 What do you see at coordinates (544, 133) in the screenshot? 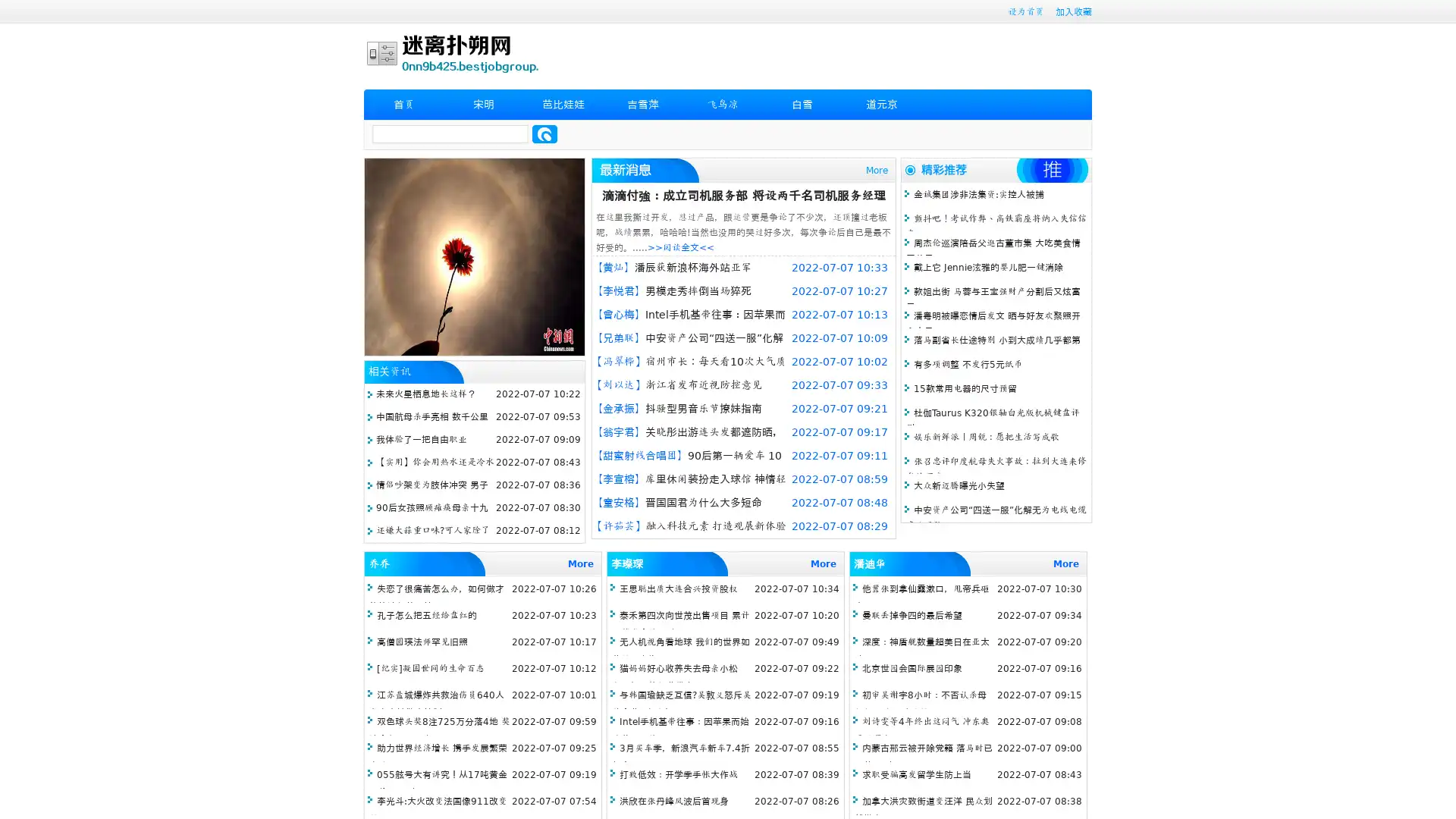
I see `Search` at bounding box center [544, 133].